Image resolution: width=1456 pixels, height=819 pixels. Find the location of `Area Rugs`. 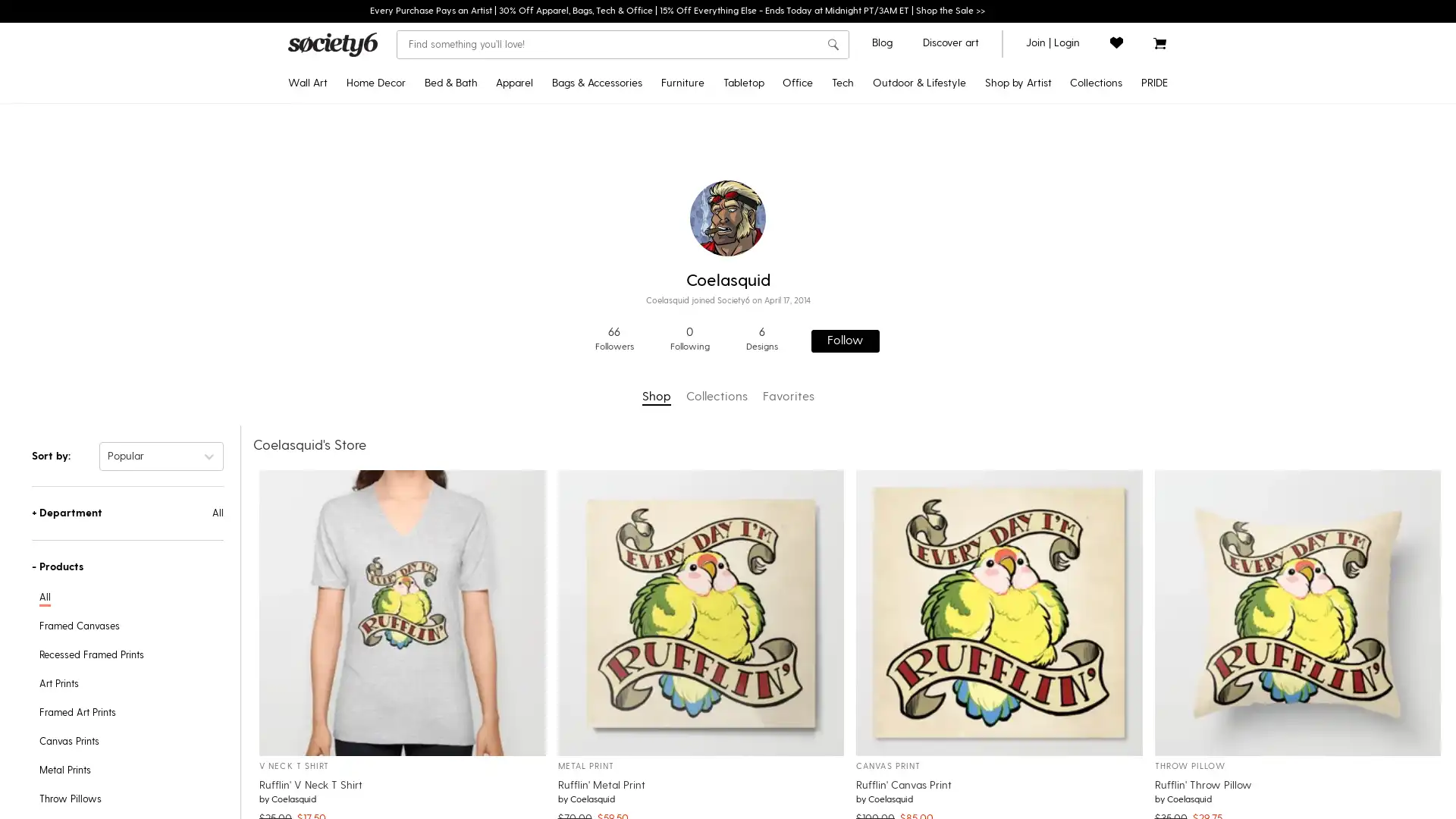

Area Rugs is located at coordinates (404, 341).